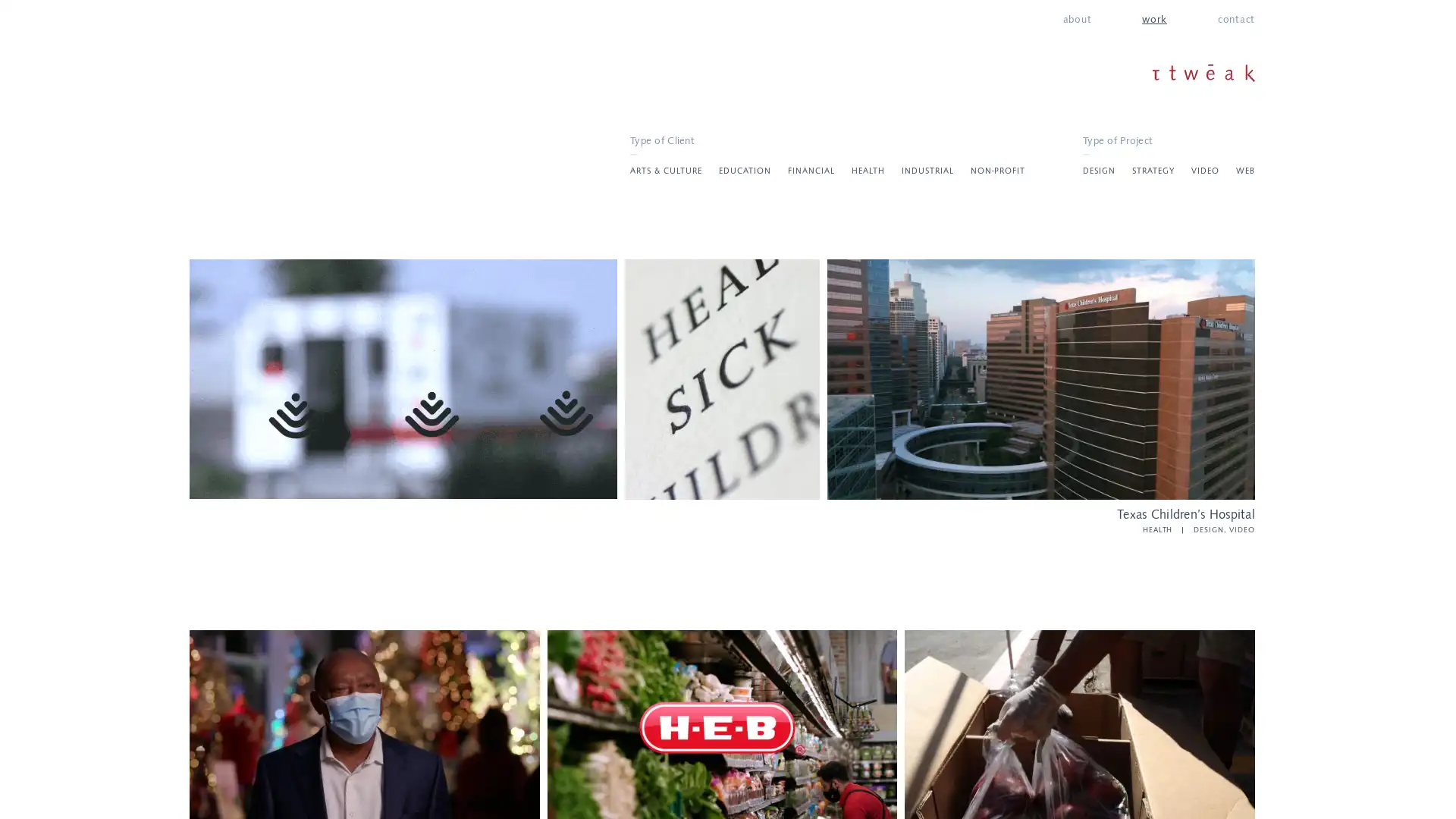 This screenshot has width=1456, height=819. I want to click on VIDEO, so click(1204, 171).